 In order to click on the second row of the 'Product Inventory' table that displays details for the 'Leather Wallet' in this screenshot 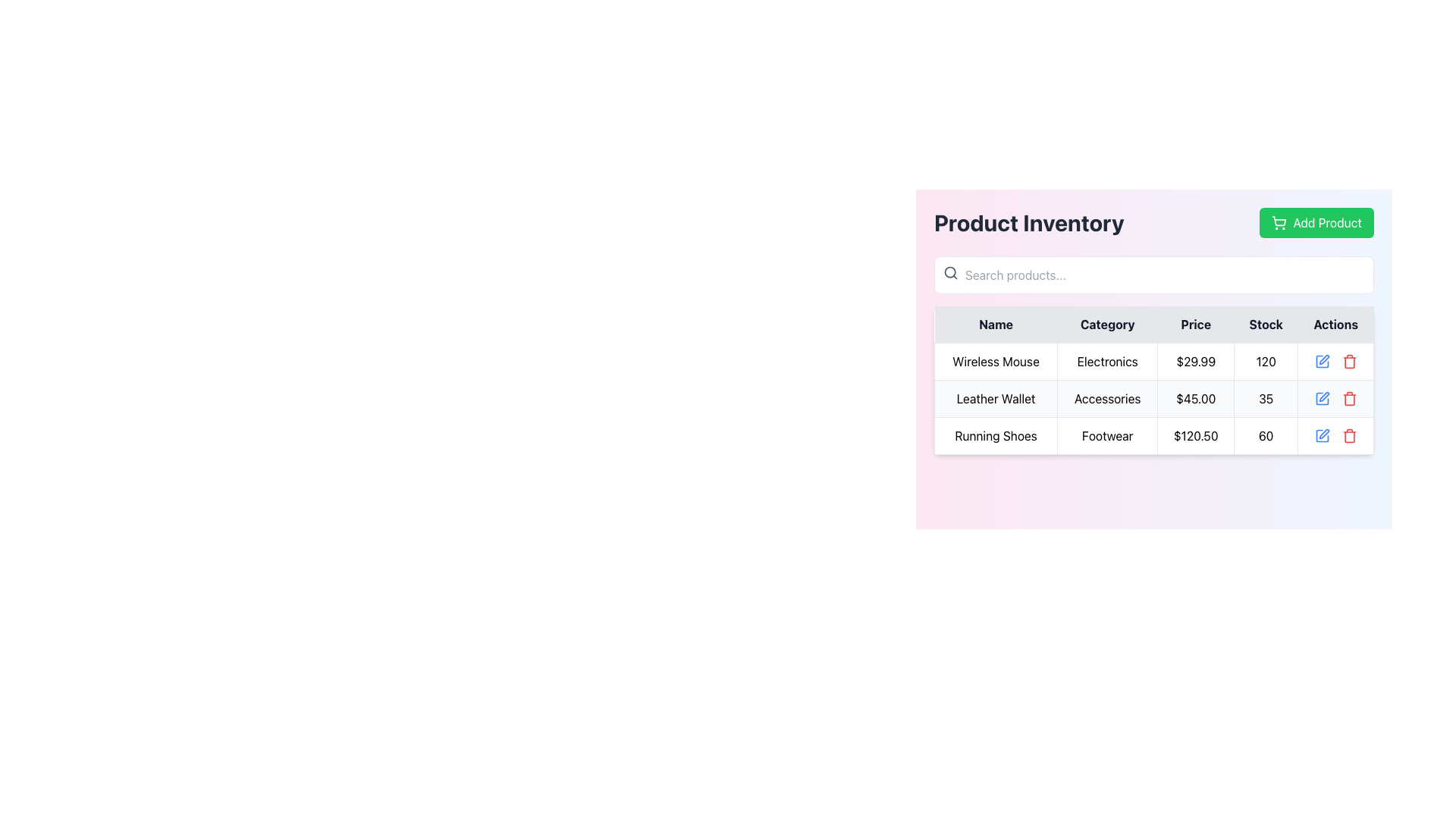, I will do `click(1153, 397)`.